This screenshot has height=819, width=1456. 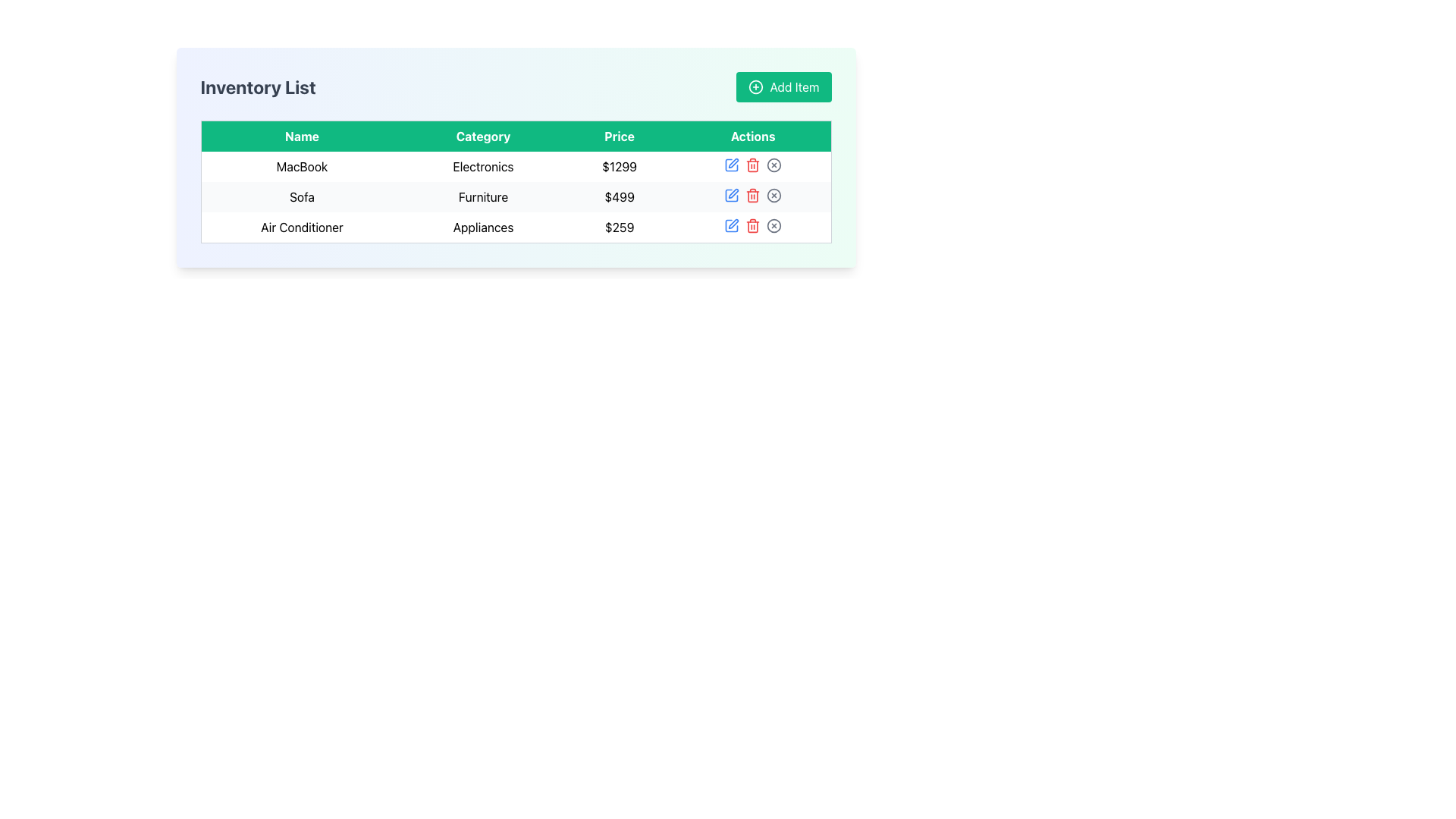 What do you see at coordinates (620, 227) in the screenshot?
I see `the Text Label displaying '$259' in black font, located in the third column of the third row of the inventory list table, adjacent to 'Appliances'` at bounding box center [620, 227].